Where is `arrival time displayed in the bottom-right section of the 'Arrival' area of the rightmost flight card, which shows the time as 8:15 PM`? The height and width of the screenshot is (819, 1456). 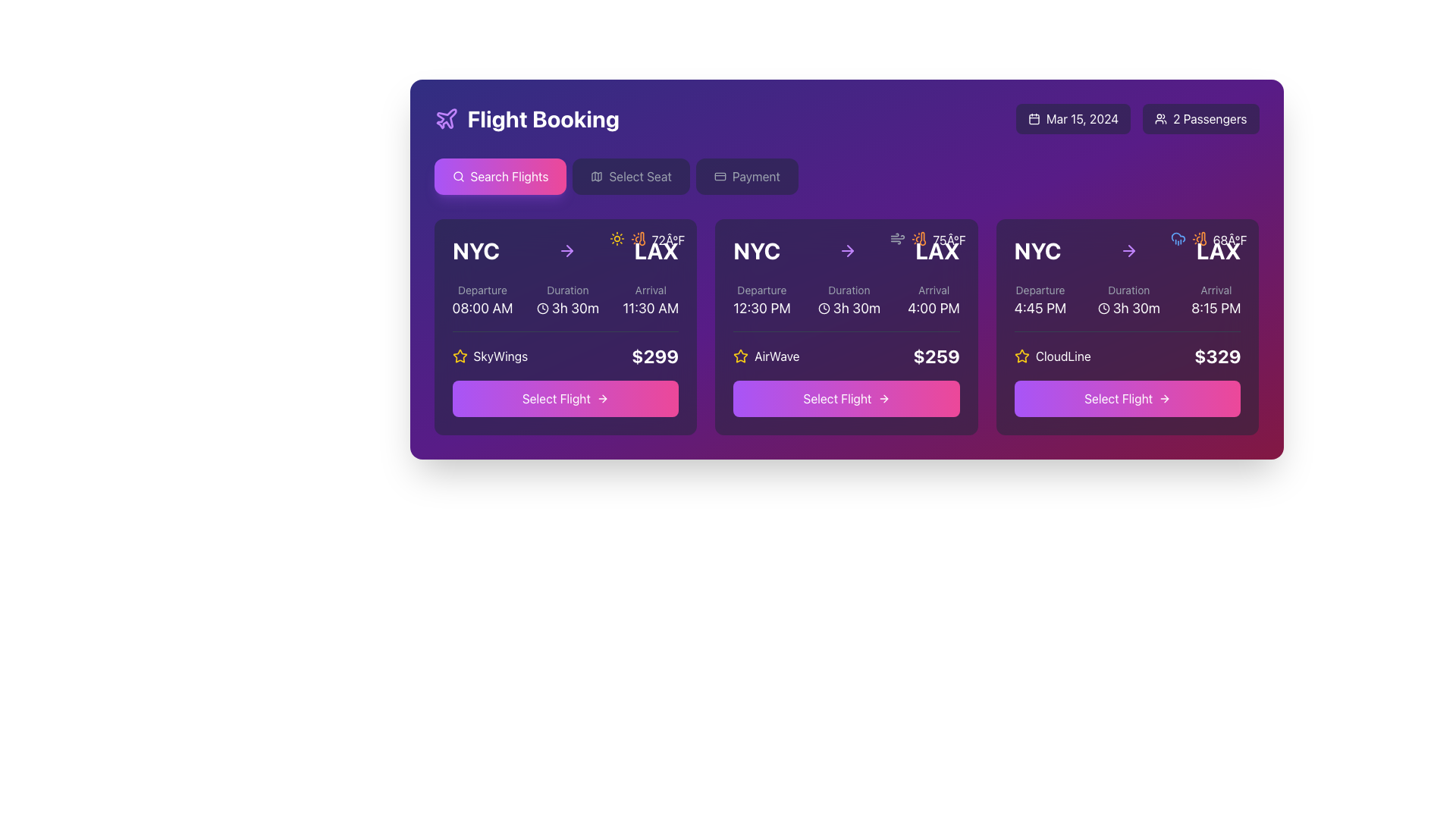
arrival time displayed in the bottom-right section of the 'Arrival' area of the rightmost flight card, which shows the time as 8:15 PM is located at coordinates (1216, 301).